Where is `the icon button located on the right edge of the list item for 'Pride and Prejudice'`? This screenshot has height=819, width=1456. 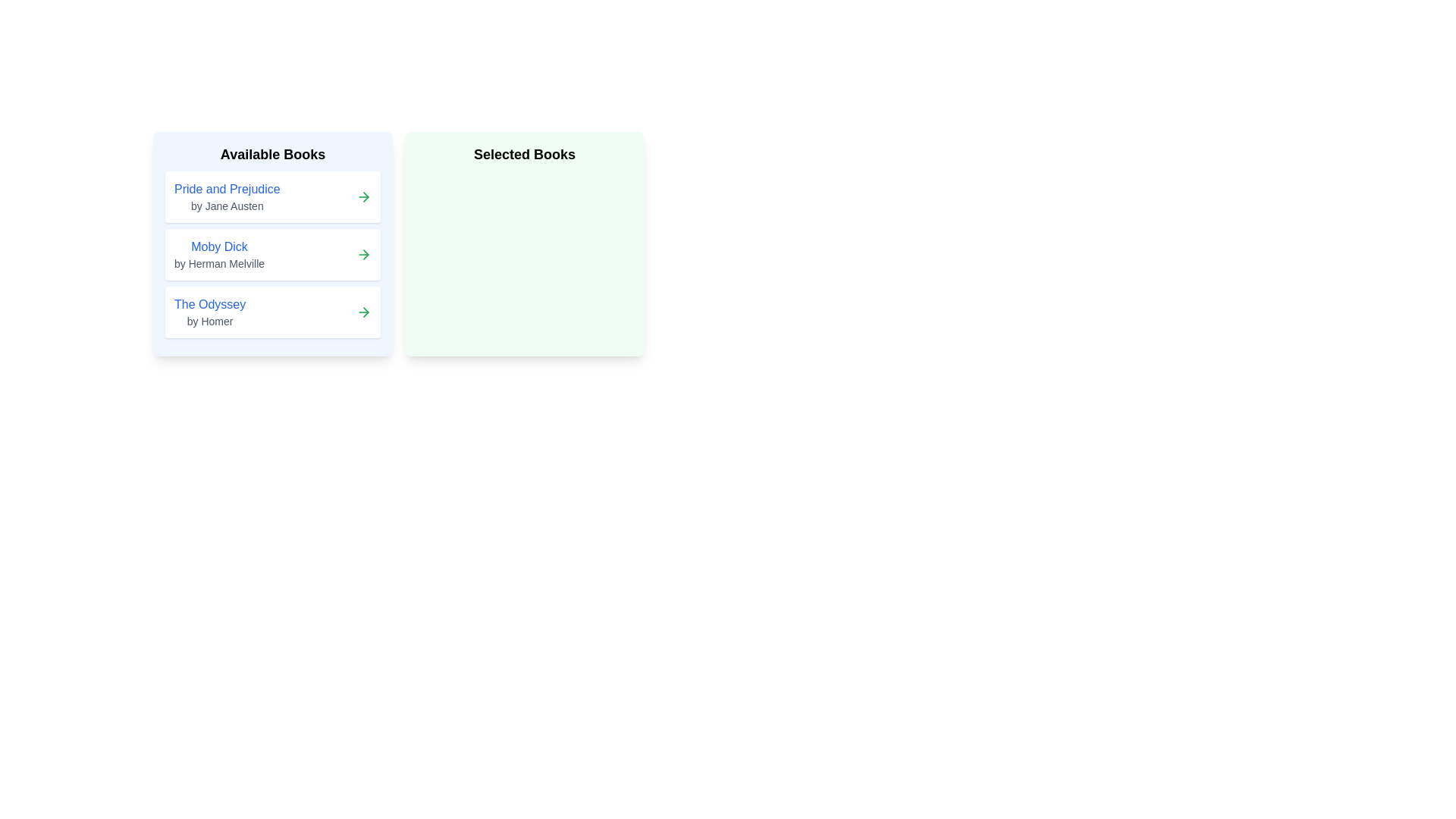
the icon button located on the right edge of the list item for 'Pride and Prejudice' is located at coordinates (364, 196).